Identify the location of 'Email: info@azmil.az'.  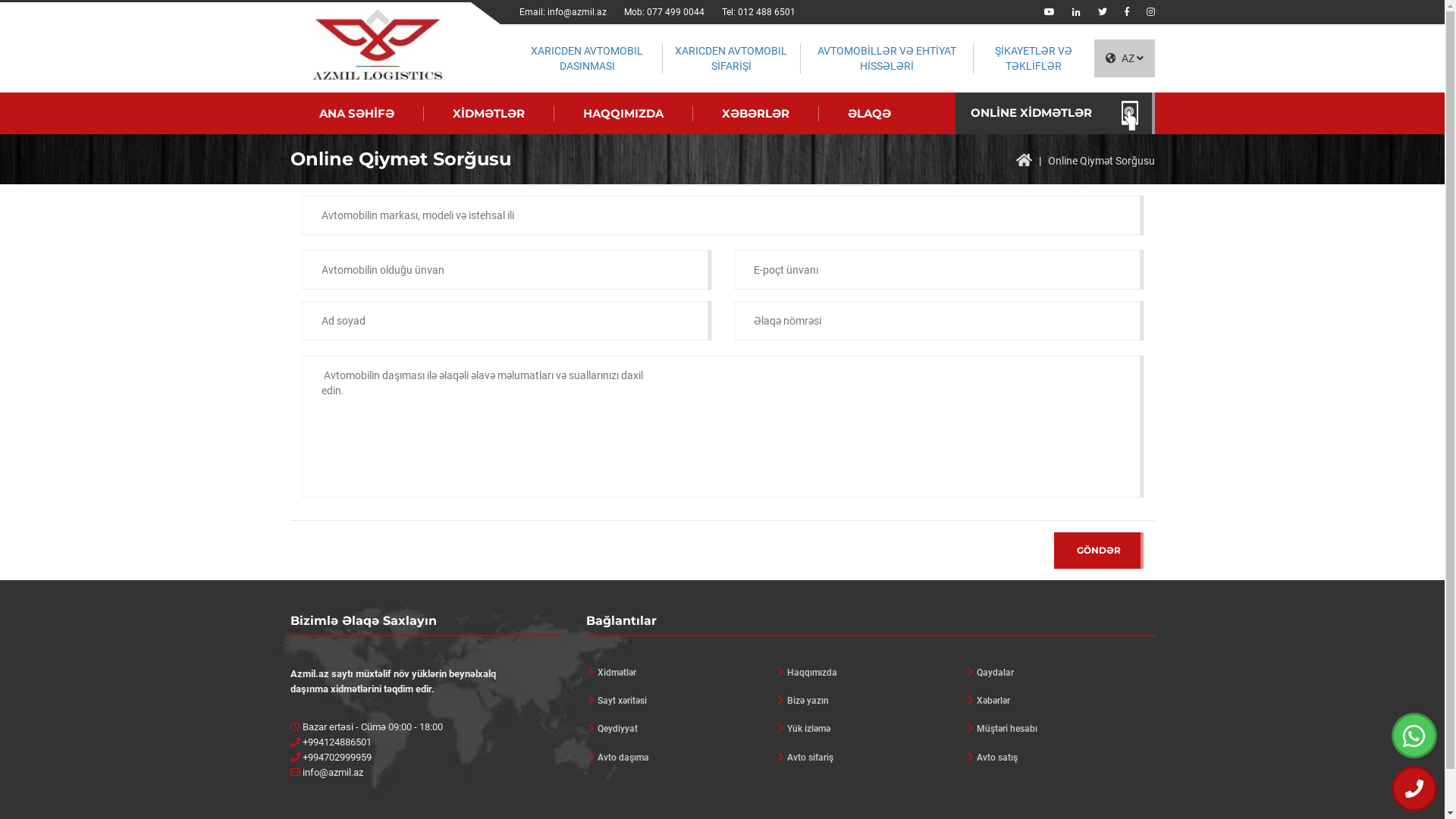
(562, 12).